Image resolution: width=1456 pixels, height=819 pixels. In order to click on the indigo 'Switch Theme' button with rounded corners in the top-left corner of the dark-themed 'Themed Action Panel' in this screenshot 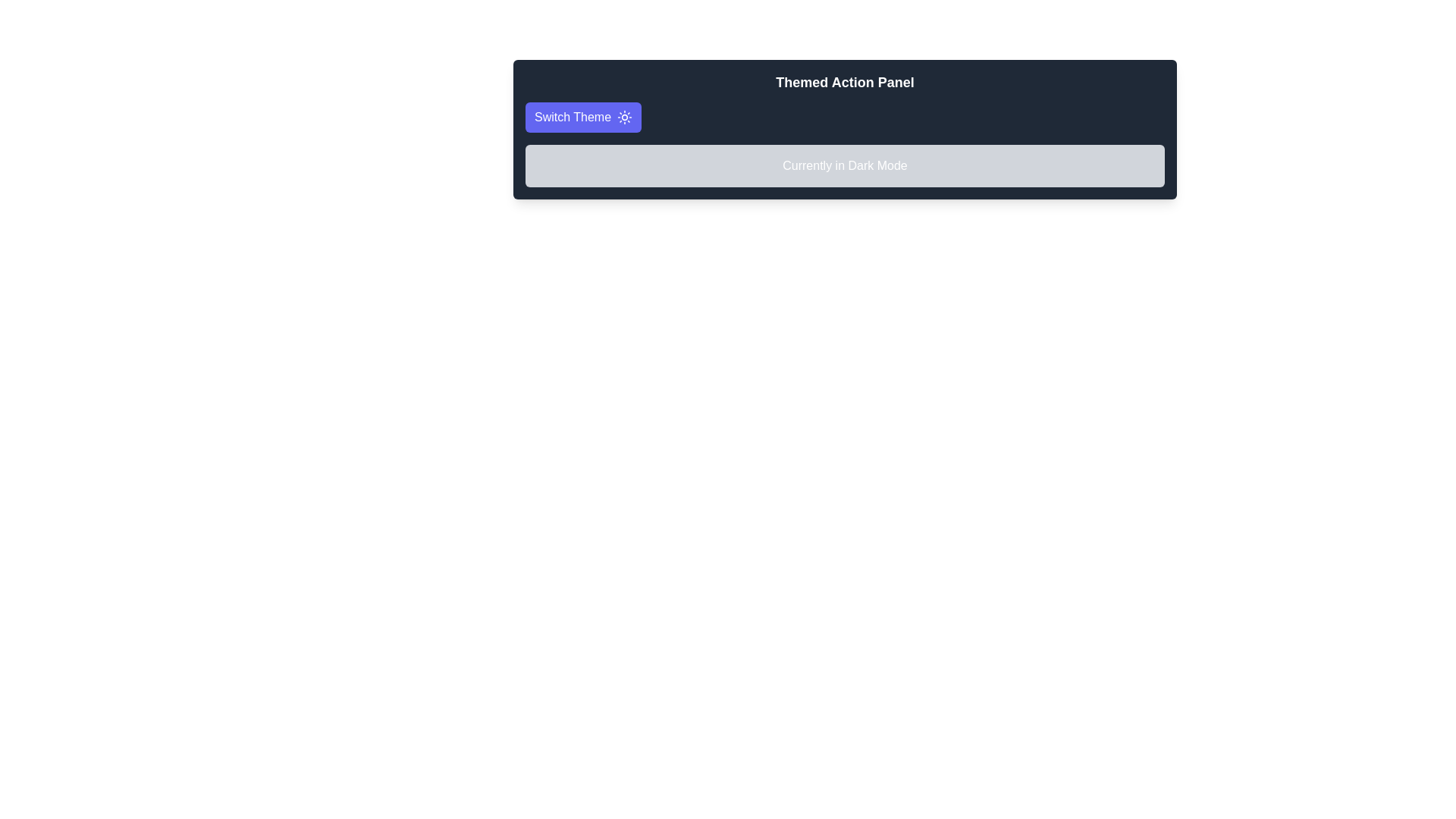, I will do `click(582, 116)`.